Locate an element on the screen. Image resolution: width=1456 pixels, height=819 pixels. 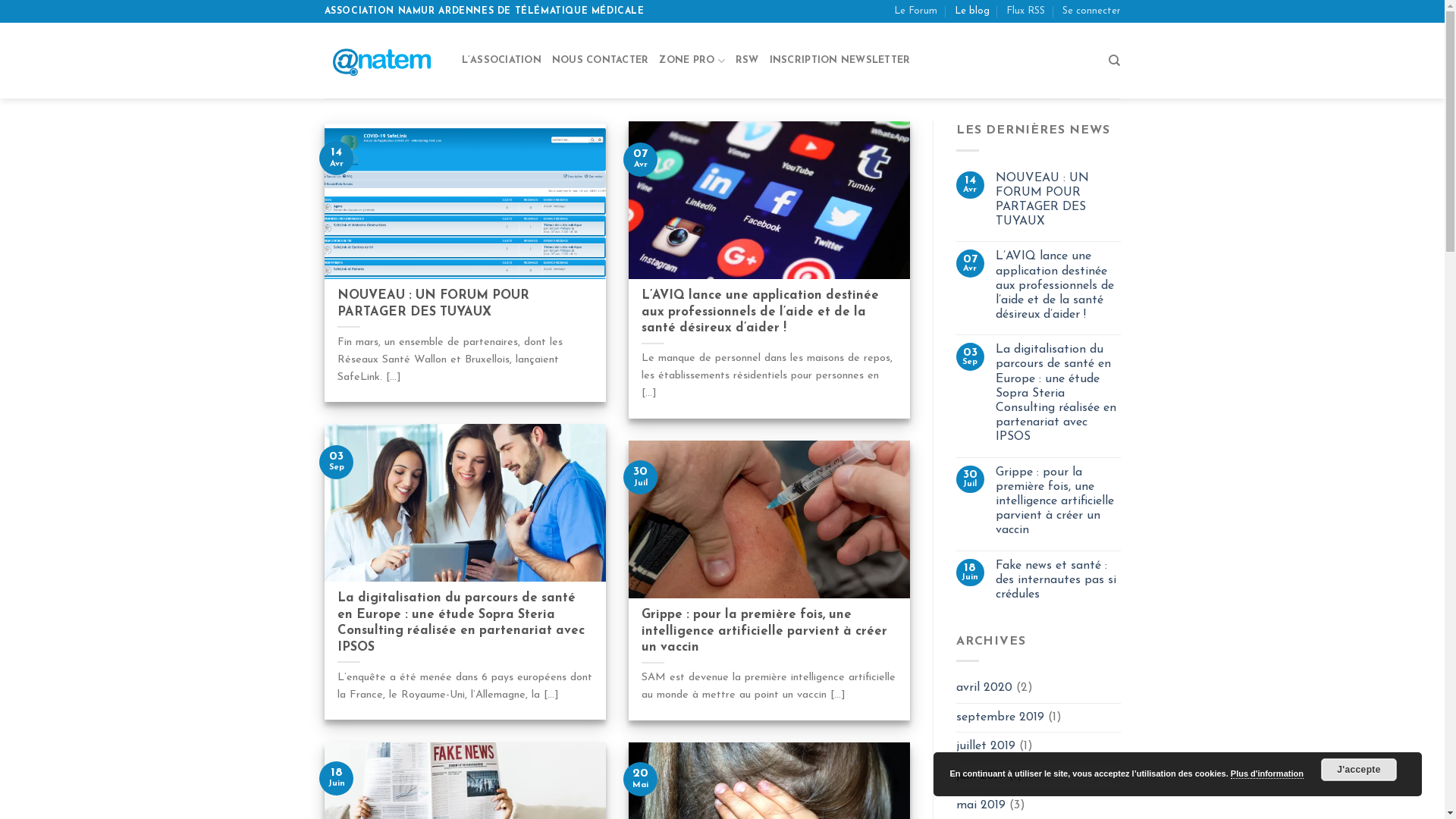
'J'accepte' is located at coordinates (1358, 769).